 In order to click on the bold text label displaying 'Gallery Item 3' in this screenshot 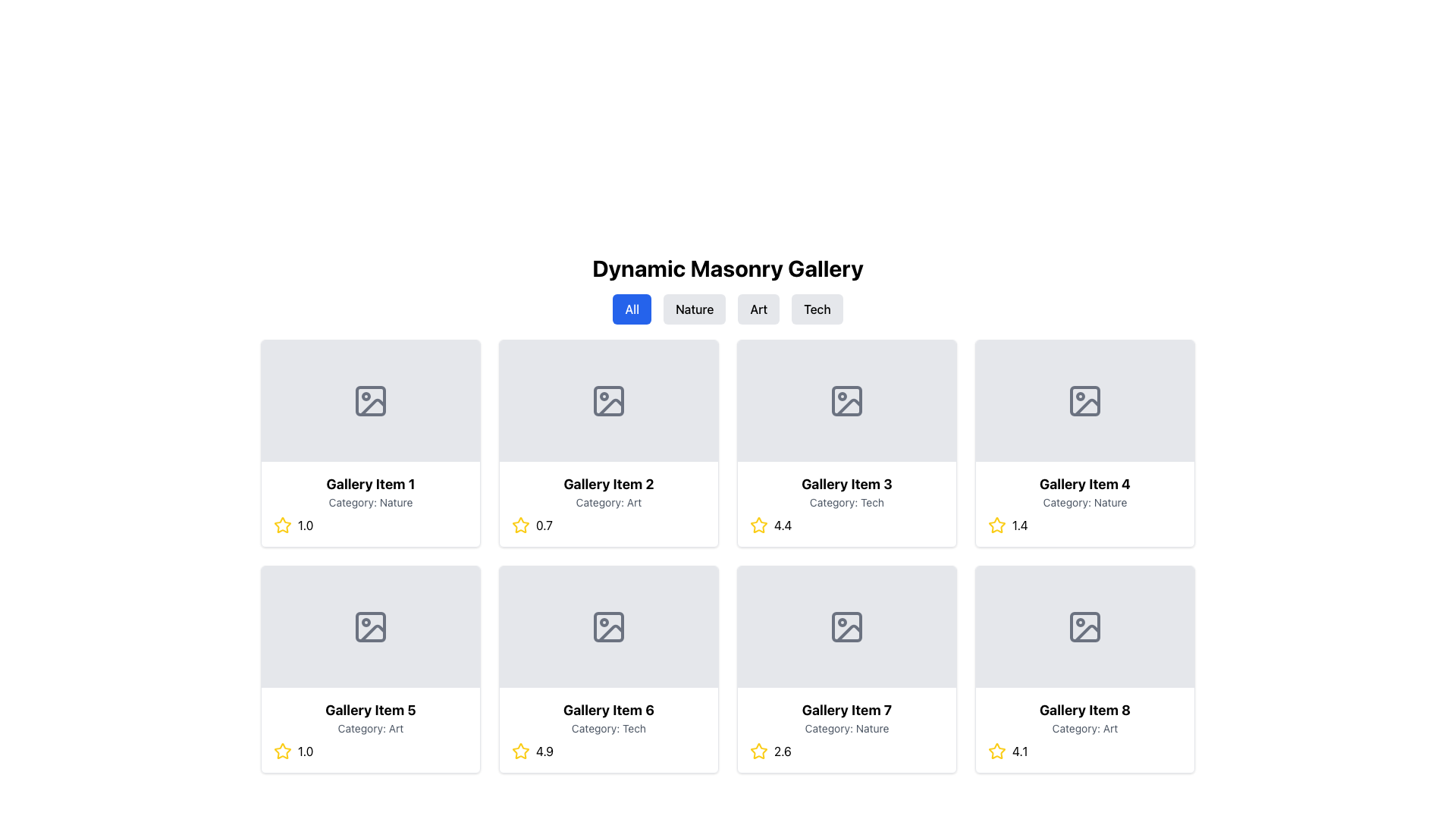, I will do `click(846, 485)`.